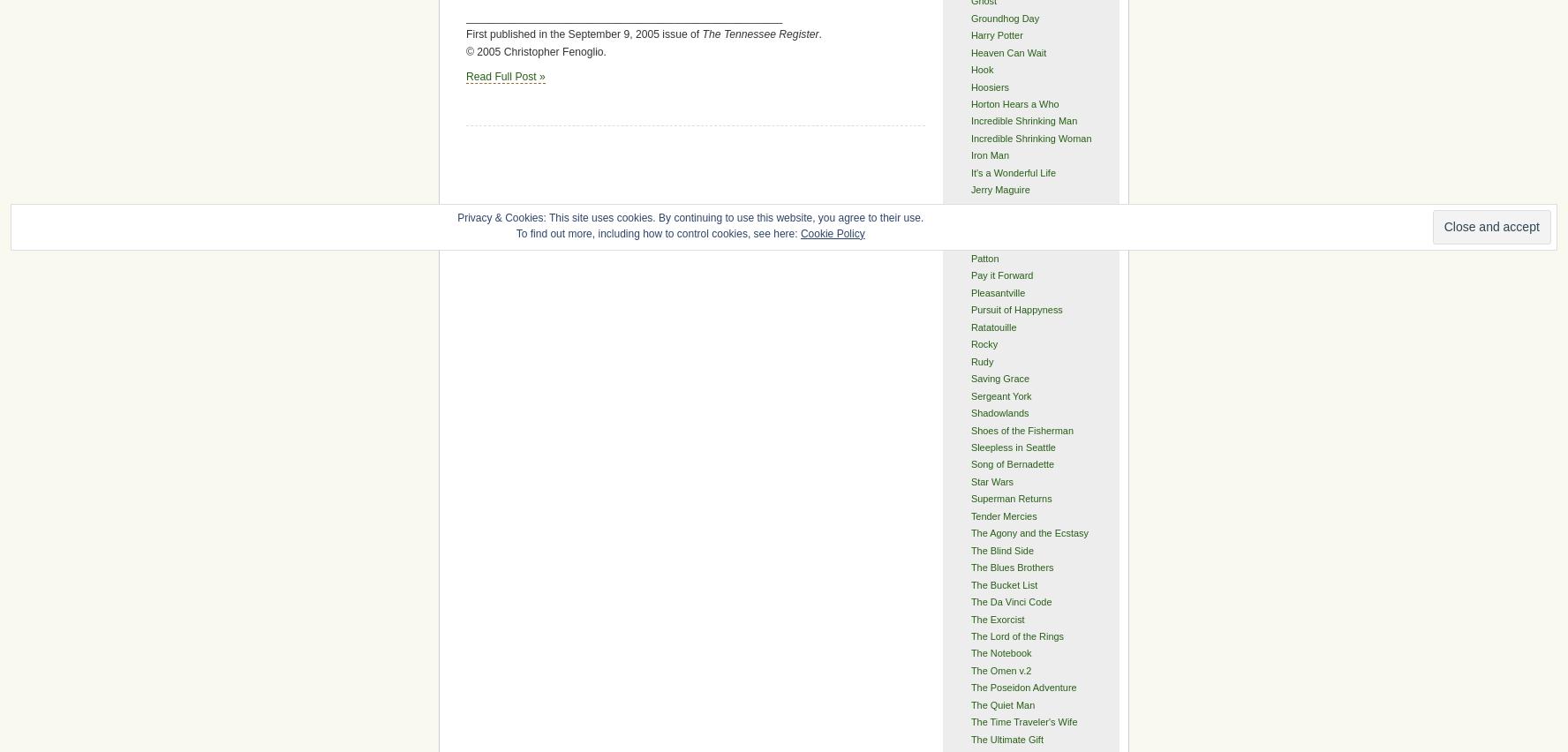 The width and height of the screenshot is (1568, 752). I want to click on 'The Poseidon Adventure', so click(969, 687).